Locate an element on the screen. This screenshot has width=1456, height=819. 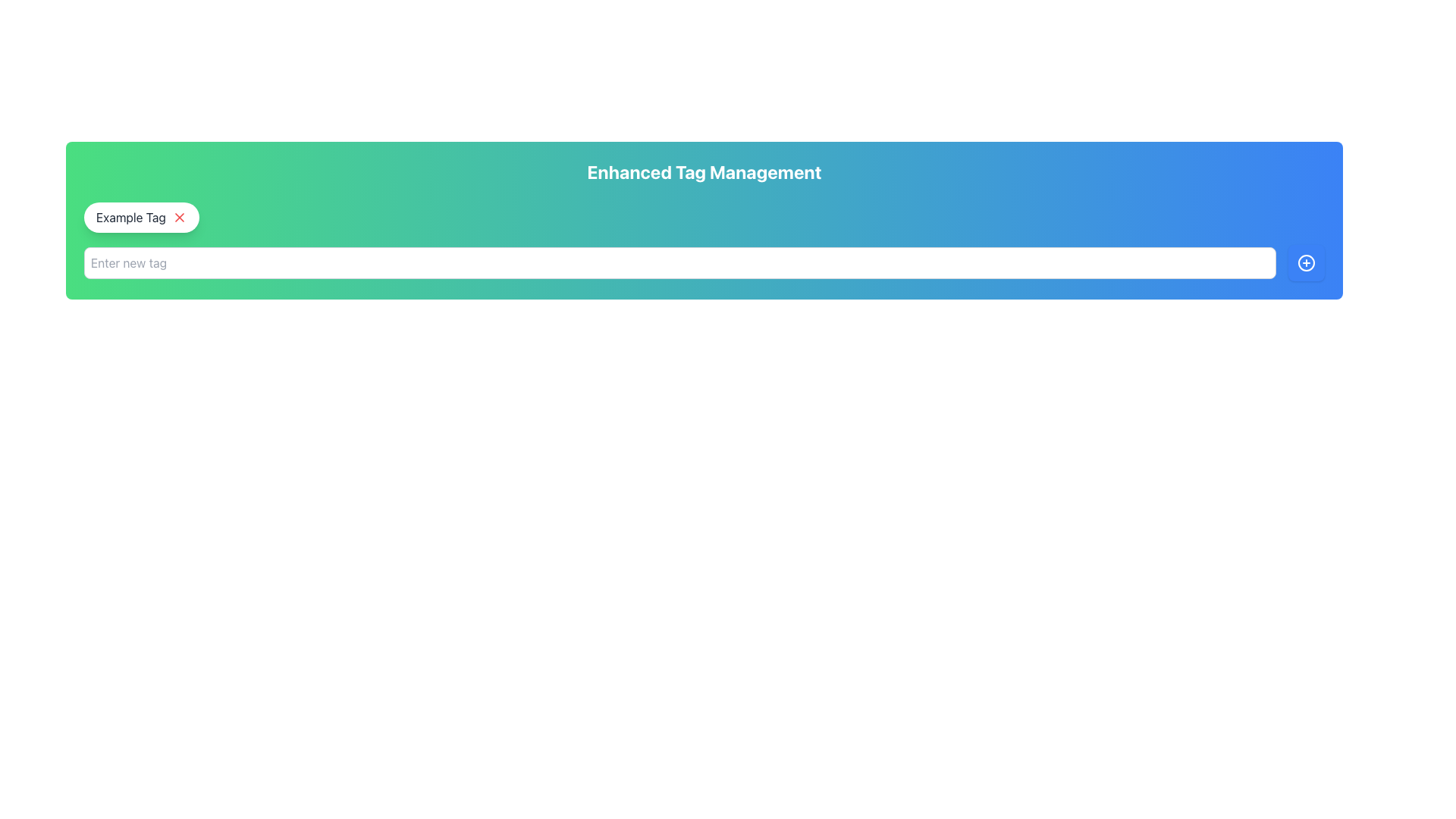
the first tag button in the top-left corner of the interface is located at coordinates (141, 217).